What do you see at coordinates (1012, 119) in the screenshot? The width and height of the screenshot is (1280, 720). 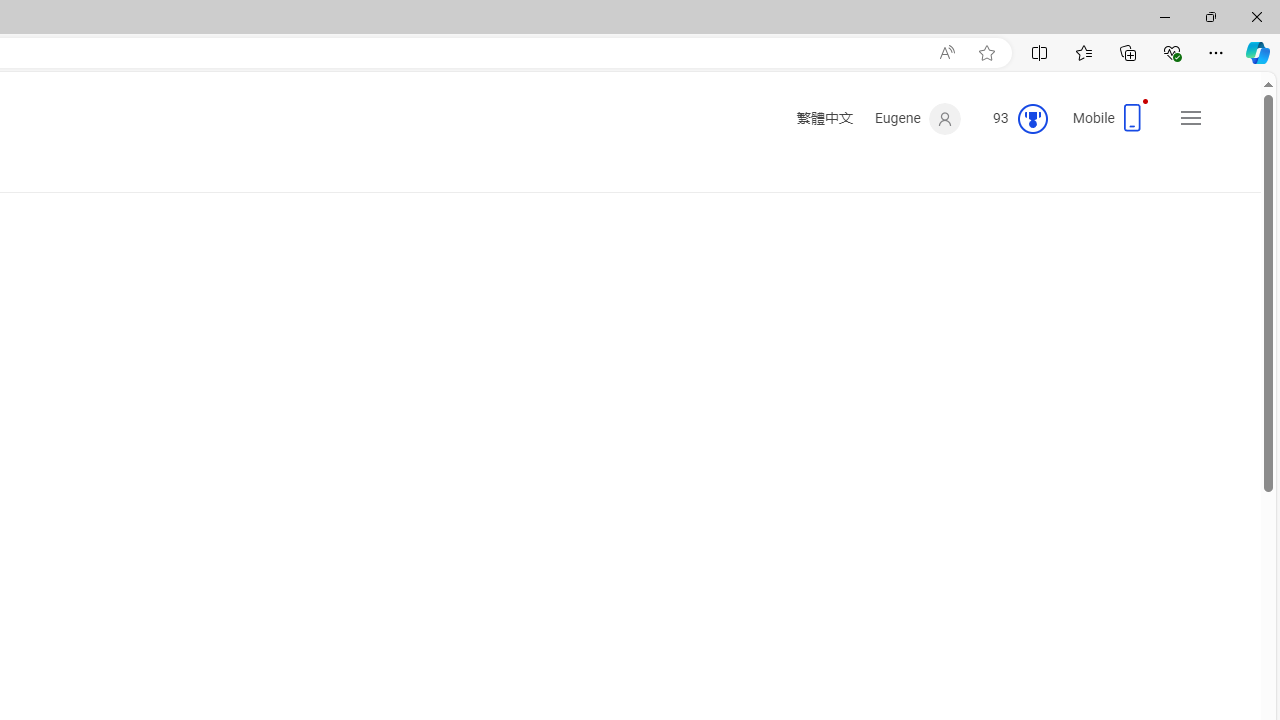 I see `'Microsoft Rewards 93'` at bounding box center [1012, 119].